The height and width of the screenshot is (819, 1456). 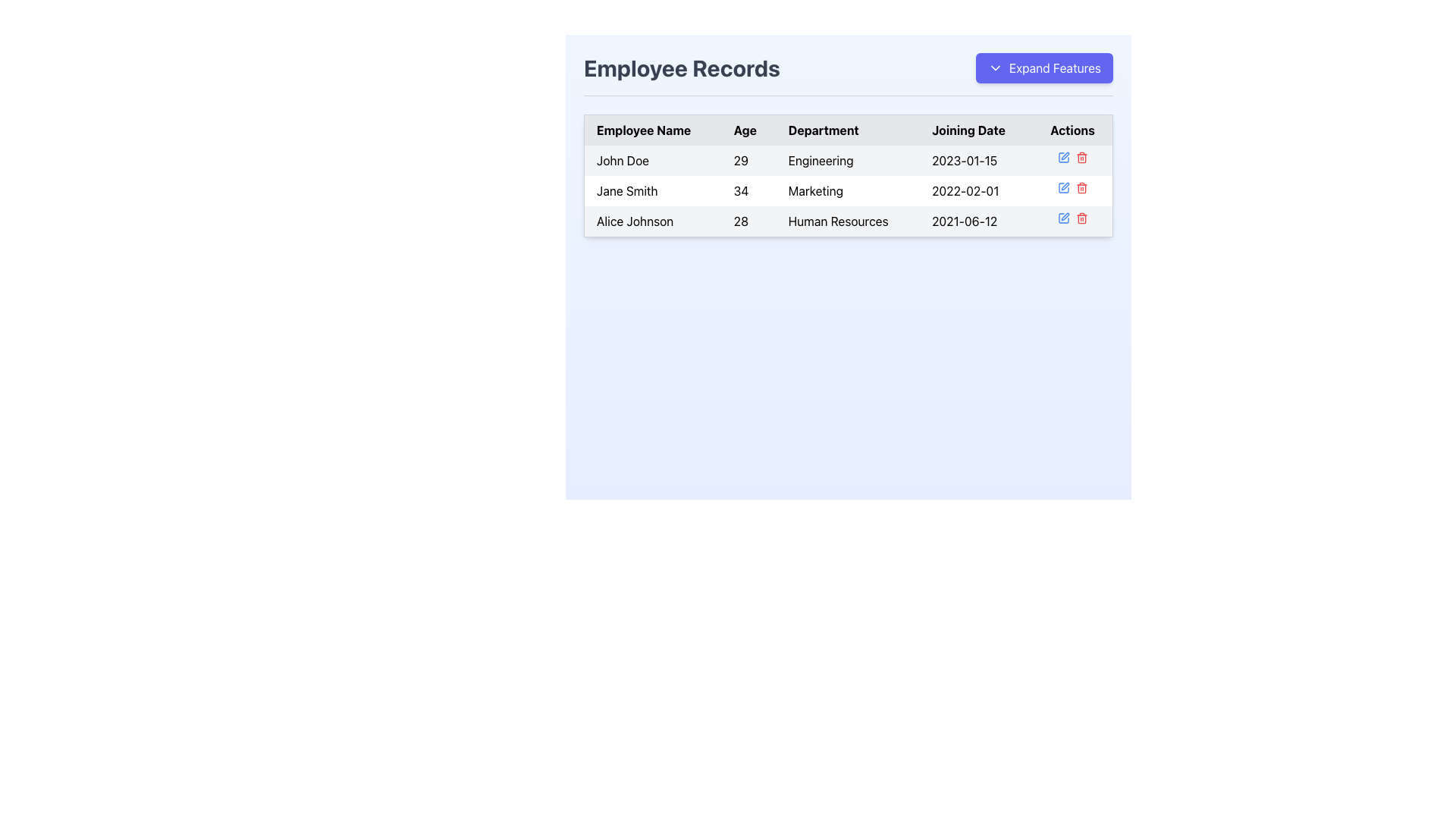 What do you see at coordinates (1062, 218) in the screenshot?
I see `the edit button icon in the Actions column of the Employee Records table corresponding to Alice Johnson` at bounding box center [1062, 218].